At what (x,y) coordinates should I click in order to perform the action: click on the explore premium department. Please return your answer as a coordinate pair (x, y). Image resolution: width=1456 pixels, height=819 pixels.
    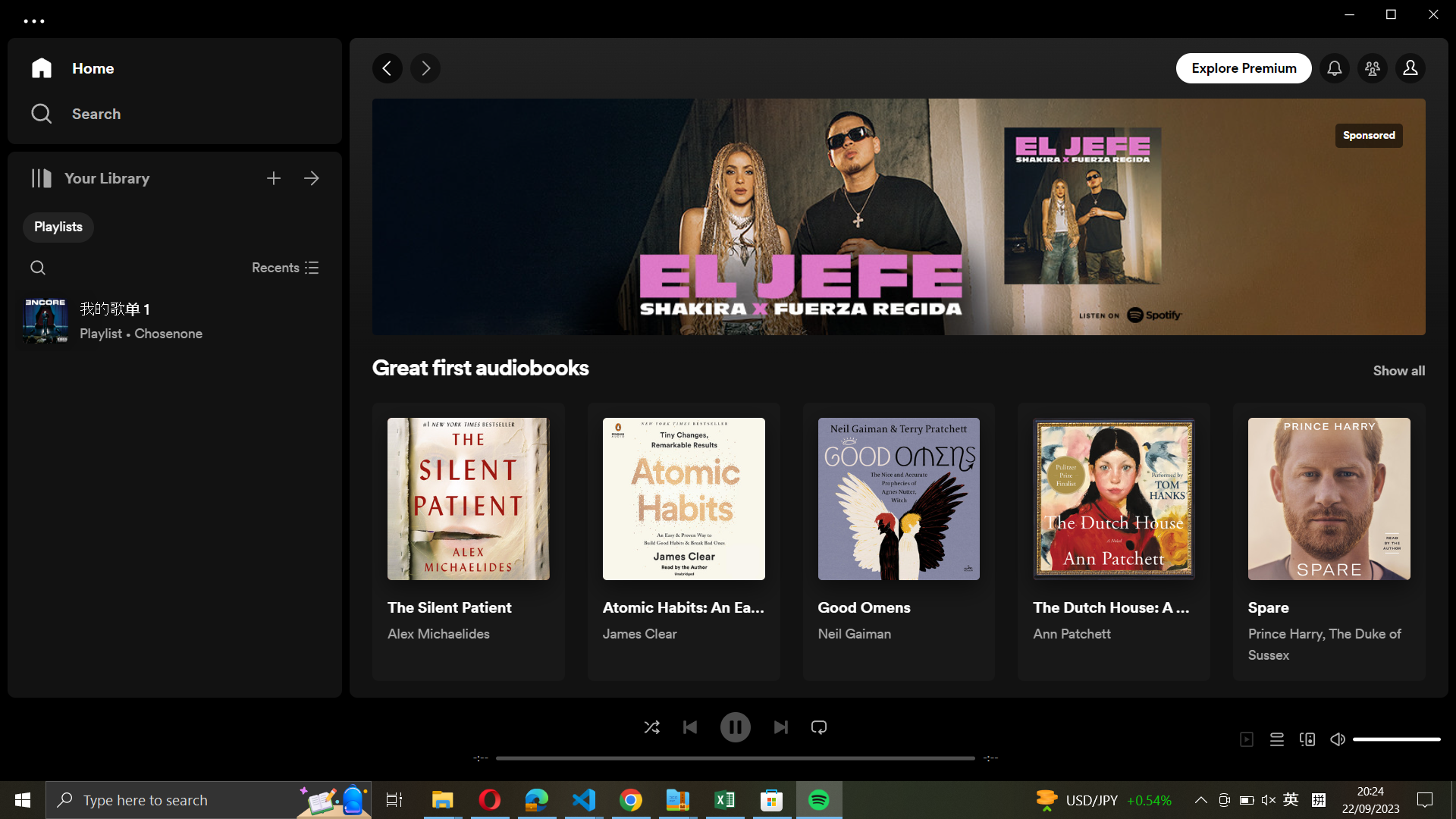
    Looking at the image, I should click on (1245, 67).